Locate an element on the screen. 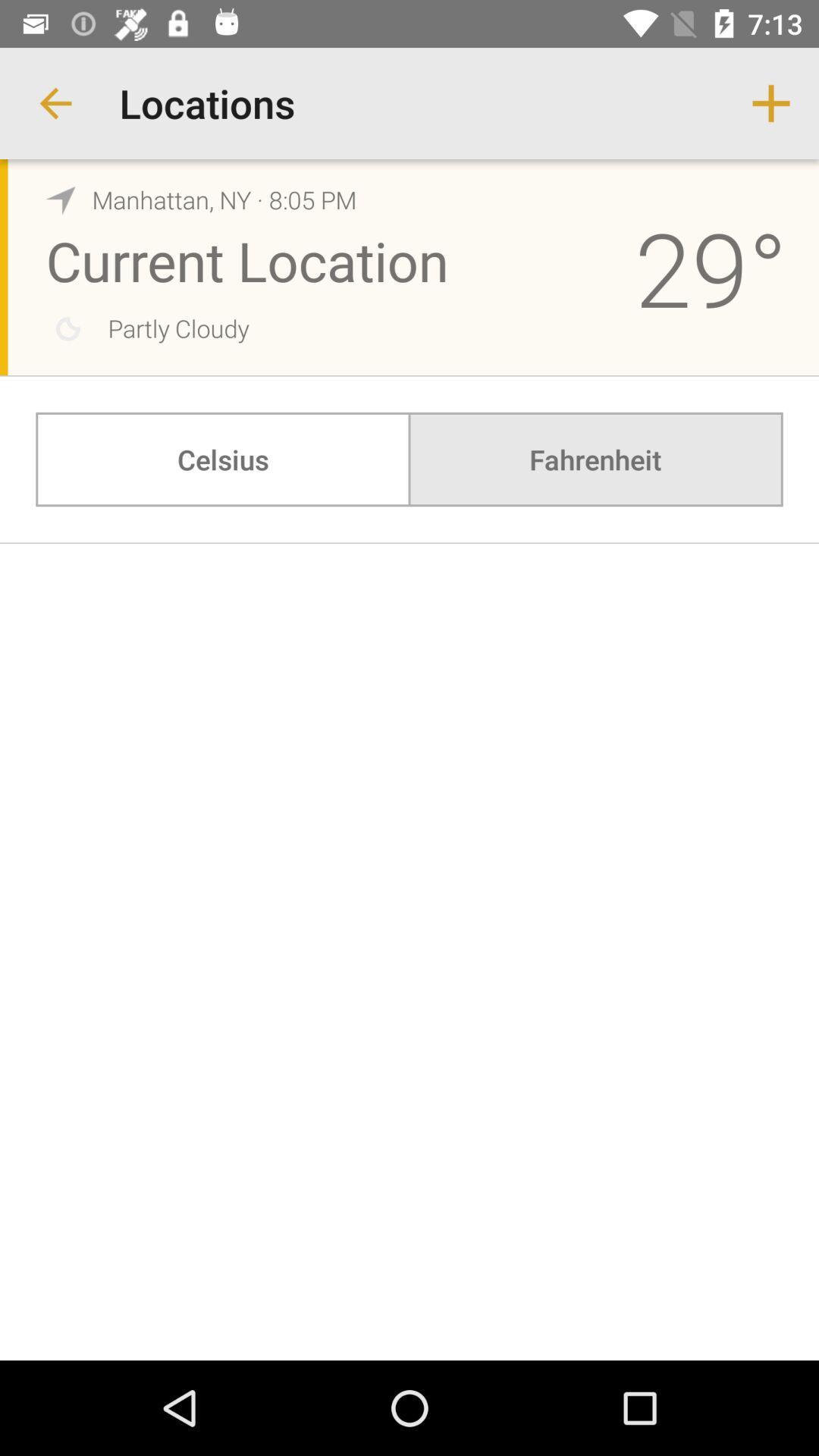 This screenshot has height=1456, width=819. app next to the locations item is located at coordinates (55, 102).